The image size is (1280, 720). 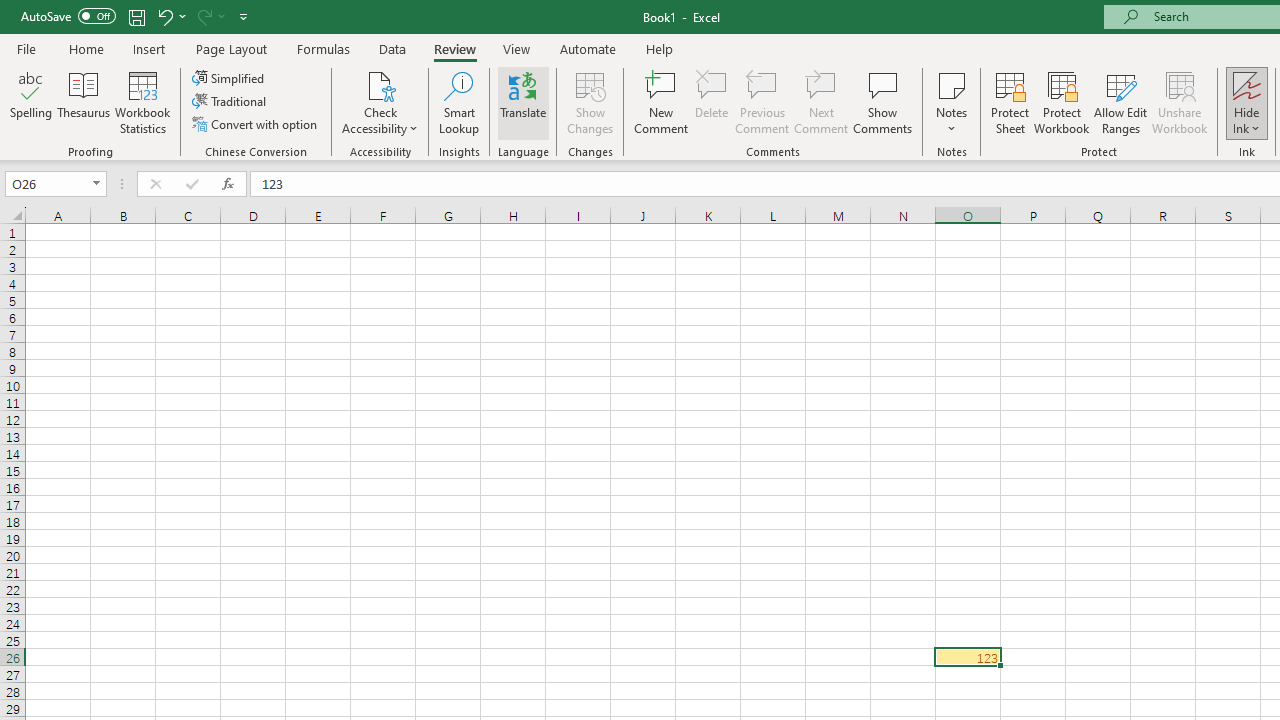 I want to click on 'Allow Edit Ranges', so click(x=1120, y=103).